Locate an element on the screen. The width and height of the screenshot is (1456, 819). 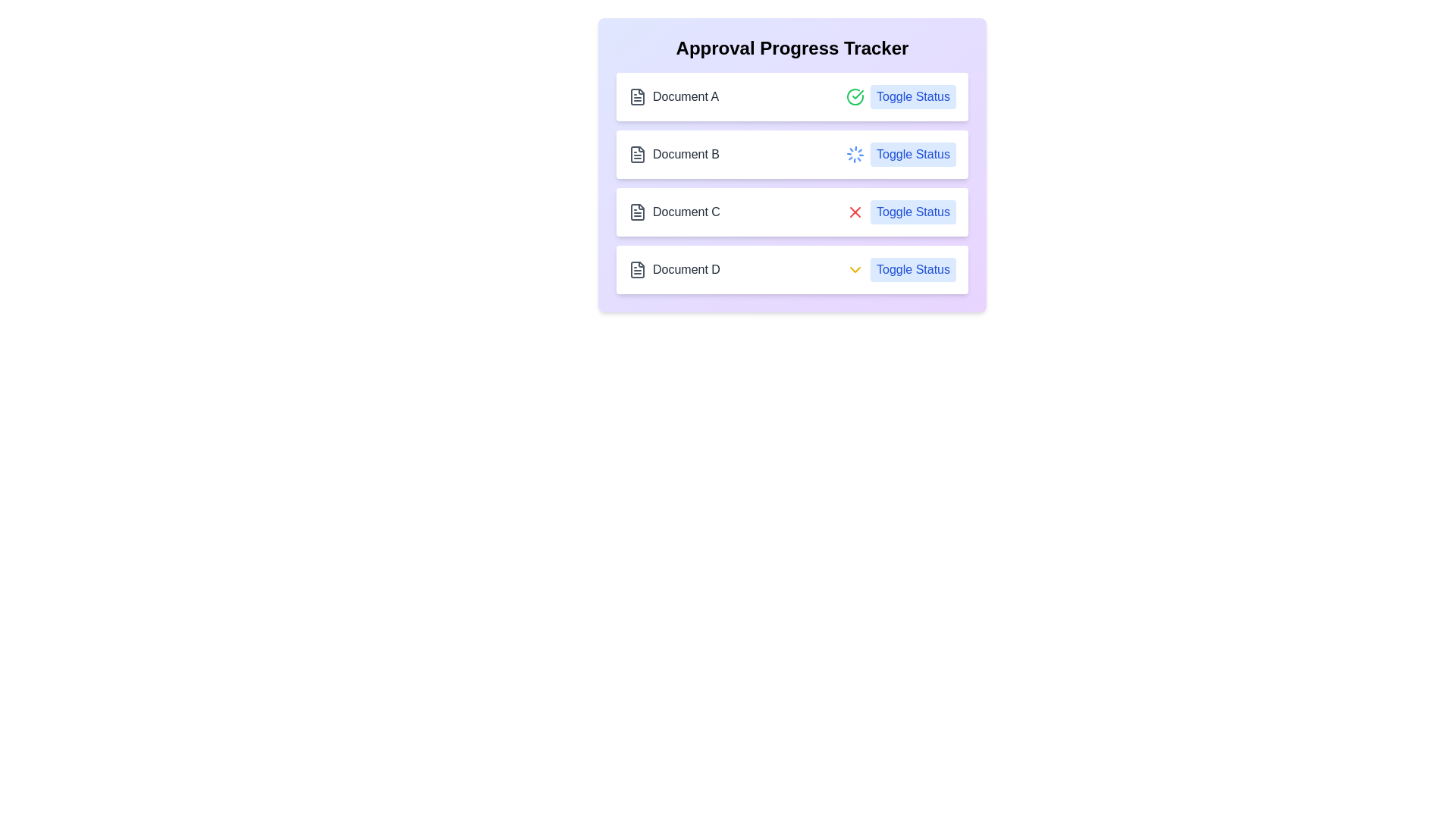
the text label indicating 'Document C', which is the third item in a vertical list of document entries is located at coordinates (686, 212).